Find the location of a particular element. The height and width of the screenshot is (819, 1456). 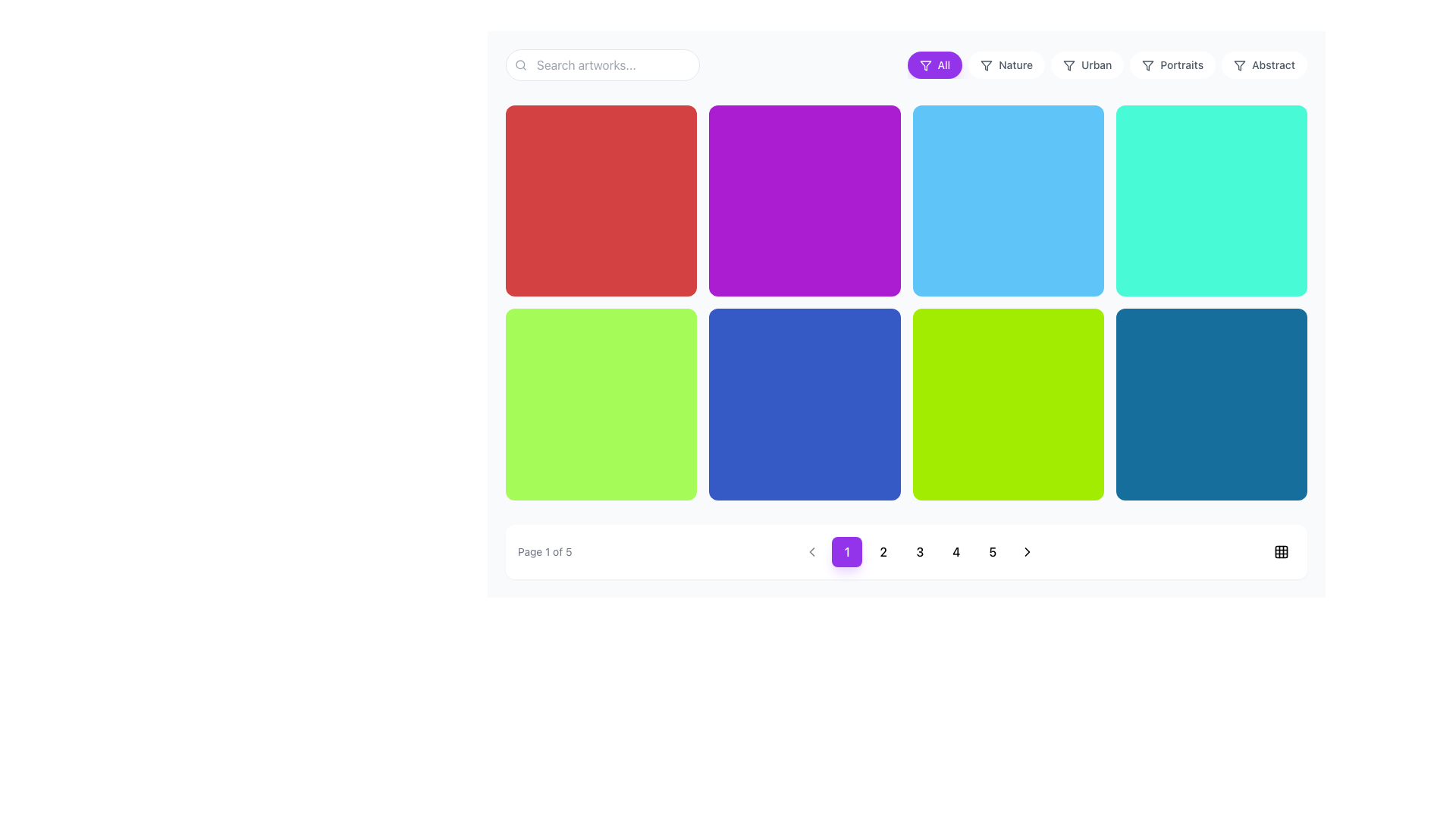

the Chevron icon button (left) is located at coordinates (811, 551).